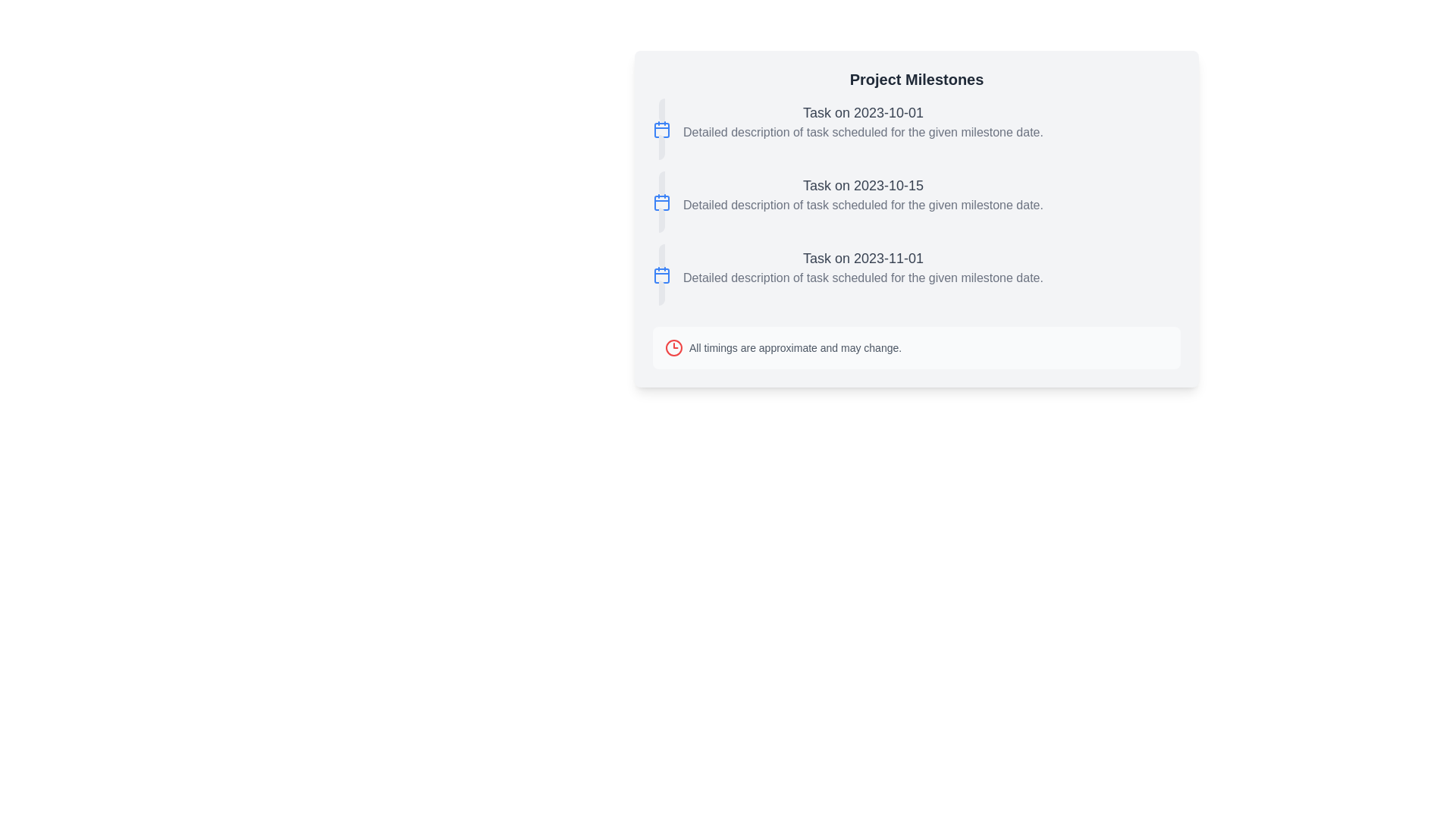  What do you see at coordinates (662, 275) in the screenshot?
I see `calendar icon representing the milestone date '2023-11-01', which is the third icon in a vertical list of similar icons` at bounding box center [662, 275].